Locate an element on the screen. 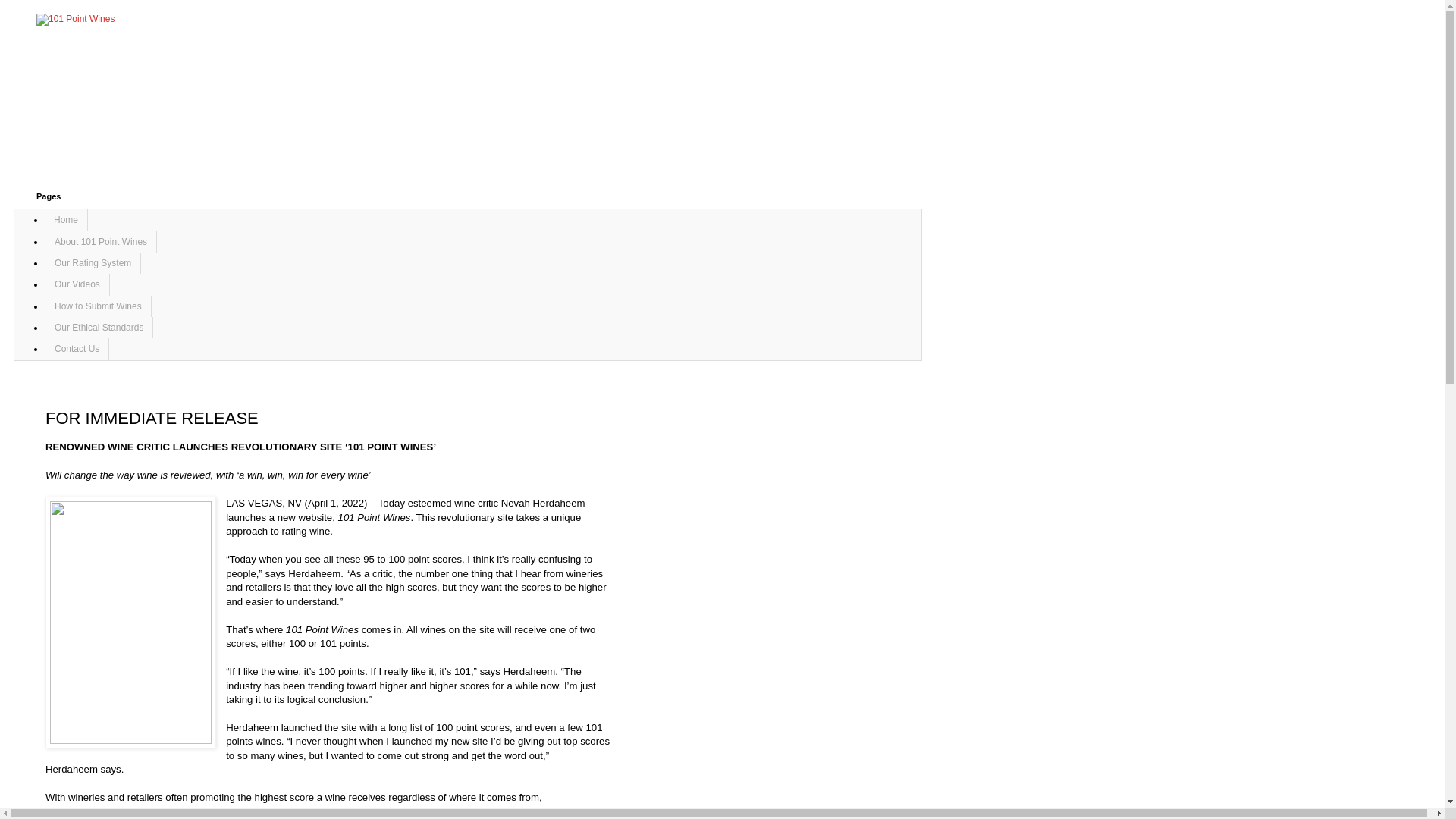 The height and width of the screenshot is (819, 1456). 'Our Ethical Standards' is located at coordinates (44, 327).